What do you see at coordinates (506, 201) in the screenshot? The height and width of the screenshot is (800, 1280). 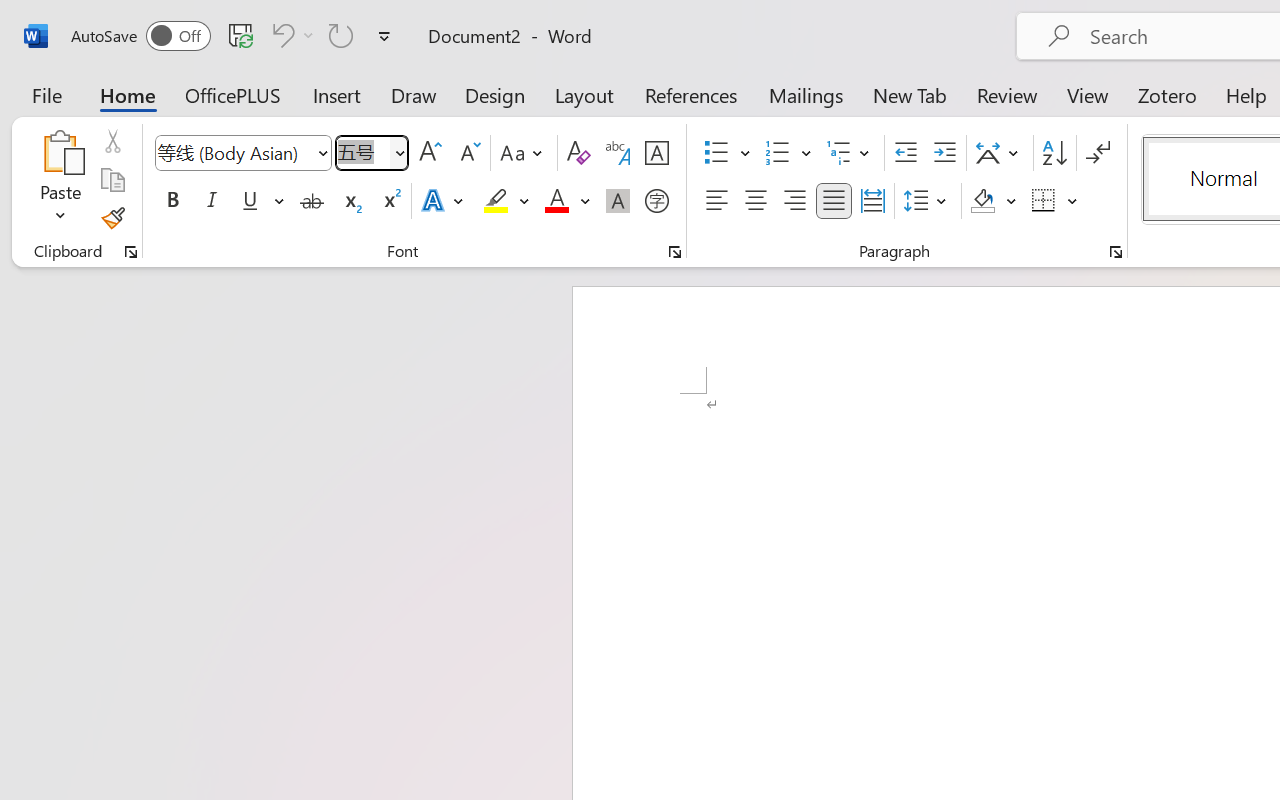 I see `'Text Highlight Color'` at bounding box center [506, 201].